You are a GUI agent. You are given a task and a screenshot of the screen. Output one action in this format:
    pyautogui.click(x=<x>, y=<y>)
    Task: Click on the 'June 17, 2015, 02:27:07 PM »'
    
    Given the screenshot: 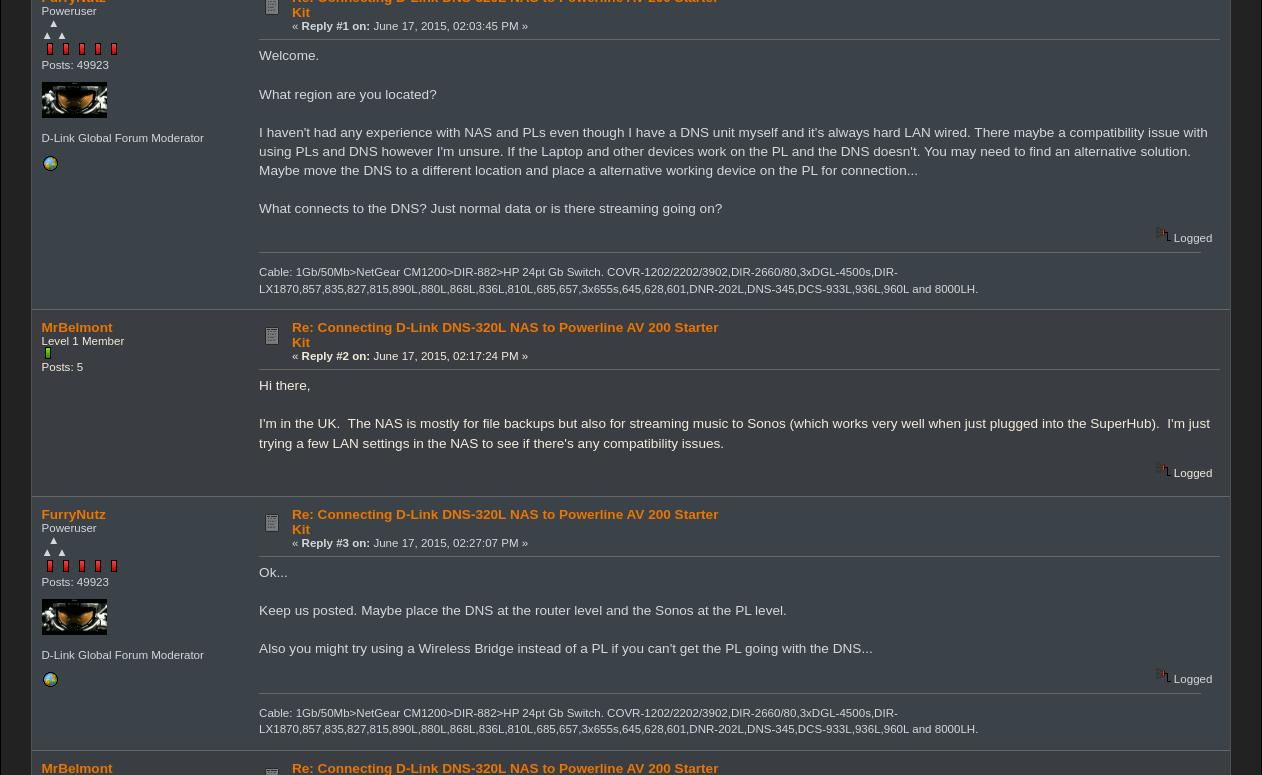 What is the action you would take?
    pyautogui.click(x=449, y=542)
    